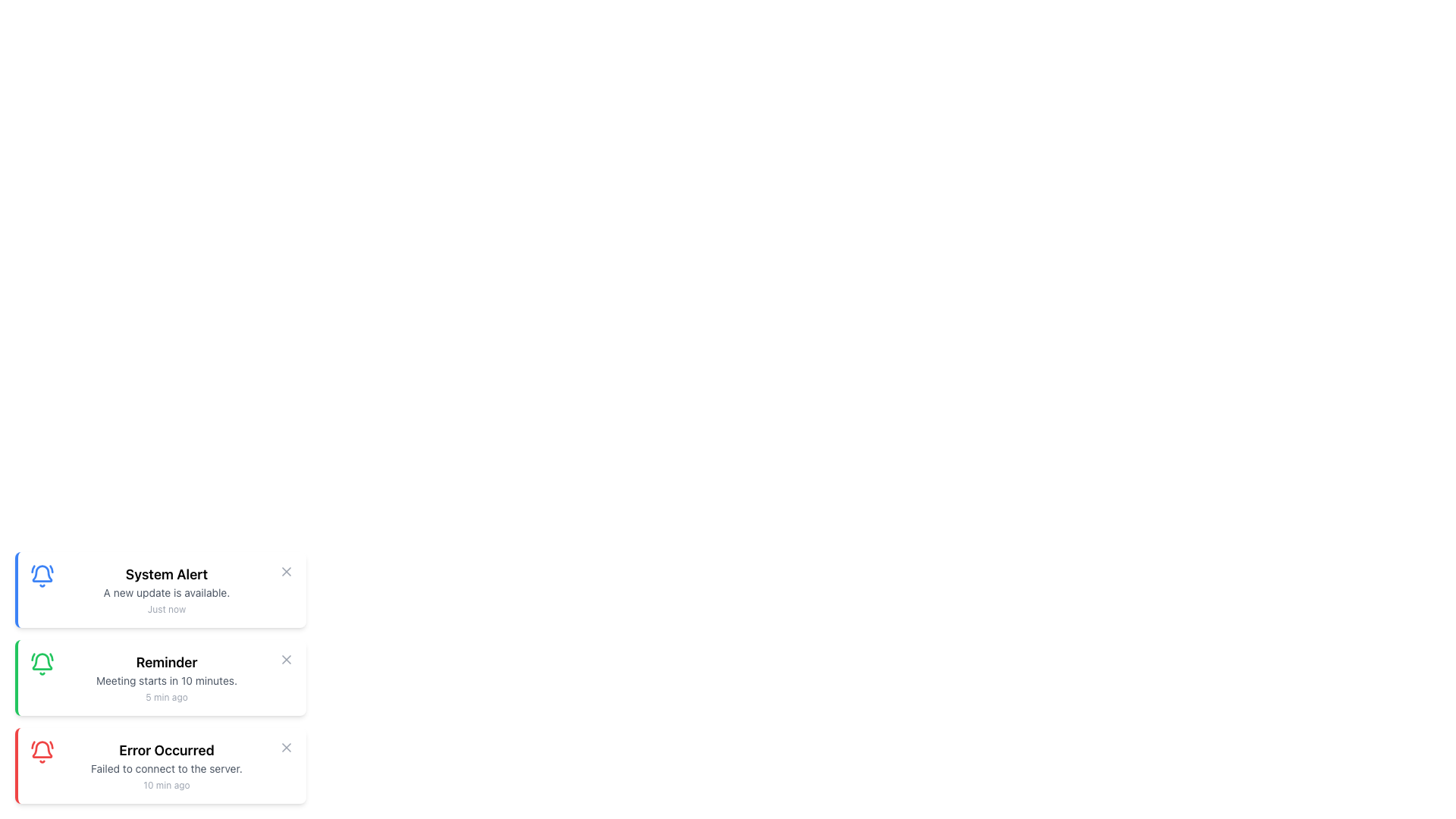 The image size is (1456, 819). Describe the element at coordinates (167, 751) in the screenshot. I see `the error message text located at the top of the third notification card, which serves to convey an error message to the user, if it triggers any action` at that location.